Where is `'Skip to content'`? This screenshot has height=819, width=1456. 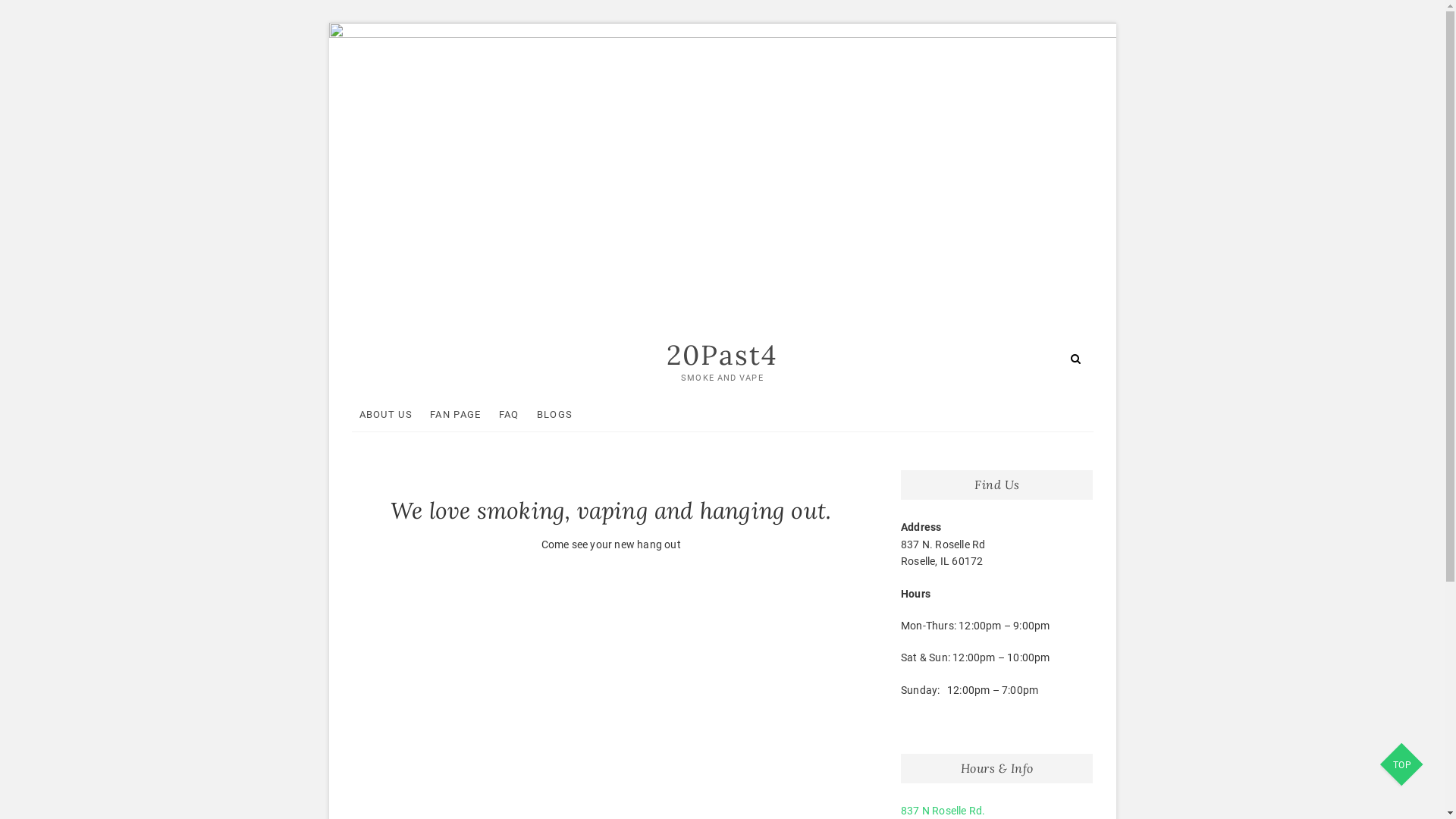 'Skip to content' is located at coordinates (328, 23).